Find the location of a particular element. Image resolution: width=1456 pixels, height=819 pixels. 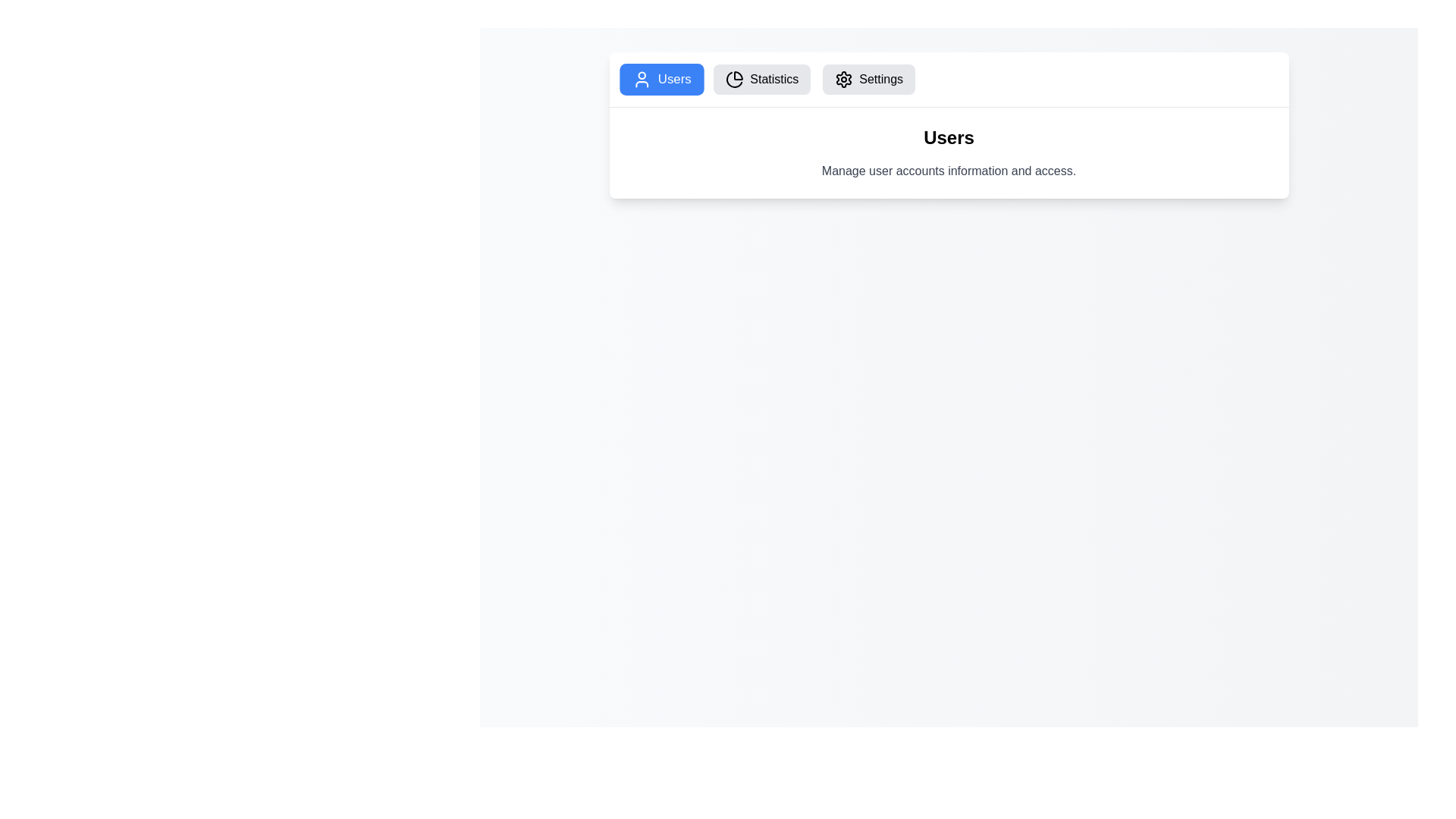

the 'Users' icon located within the 'Users' button, which is the first in a horizontal row of navigation options at the top-left section of the interface is located at coordinates (642, 79).